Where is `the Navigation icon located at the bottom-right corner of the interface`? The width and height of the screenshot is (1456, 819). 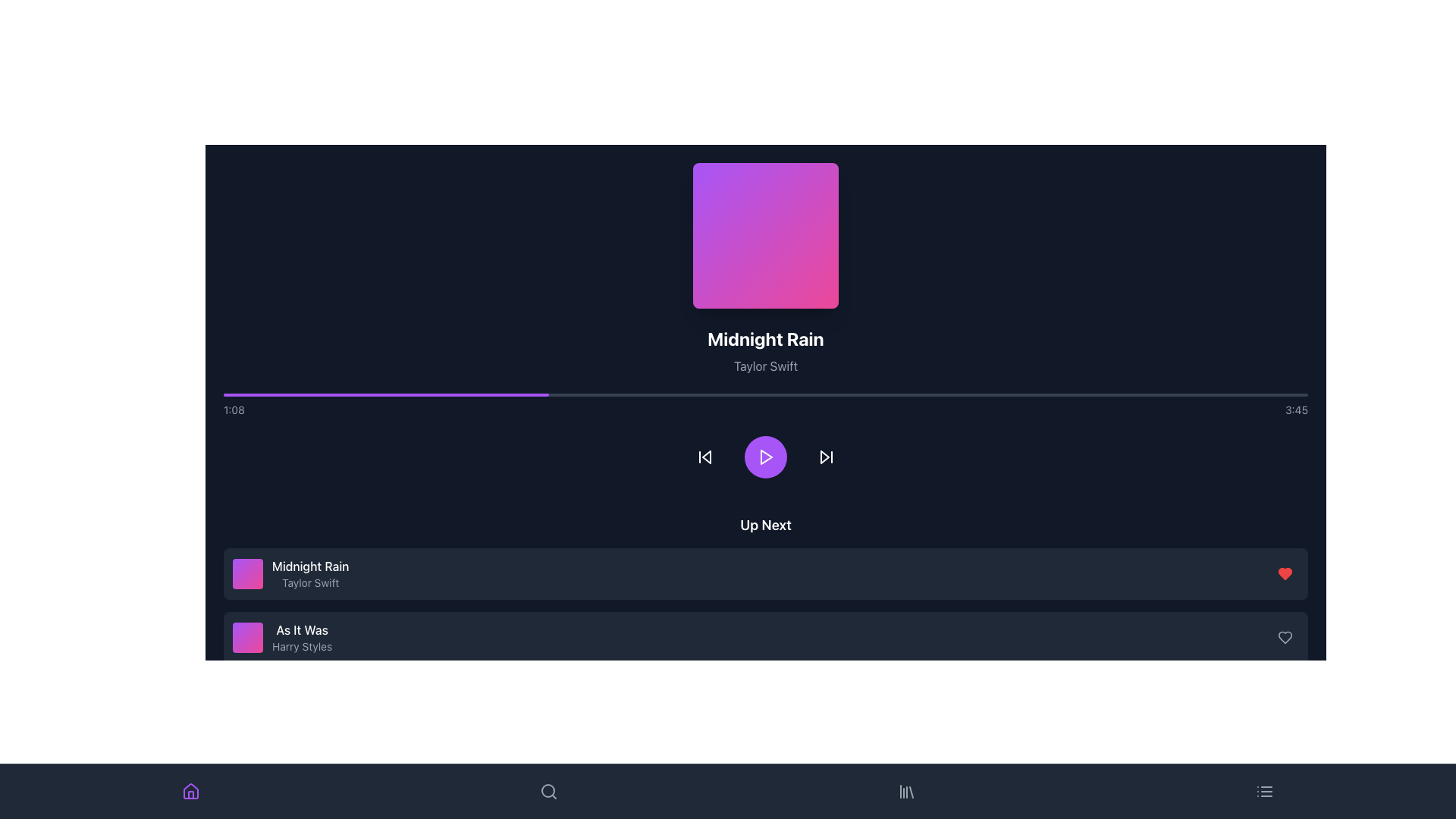
the Navigation icon located at the bottom-right corner of the interface is located at coordinates (906, 791).